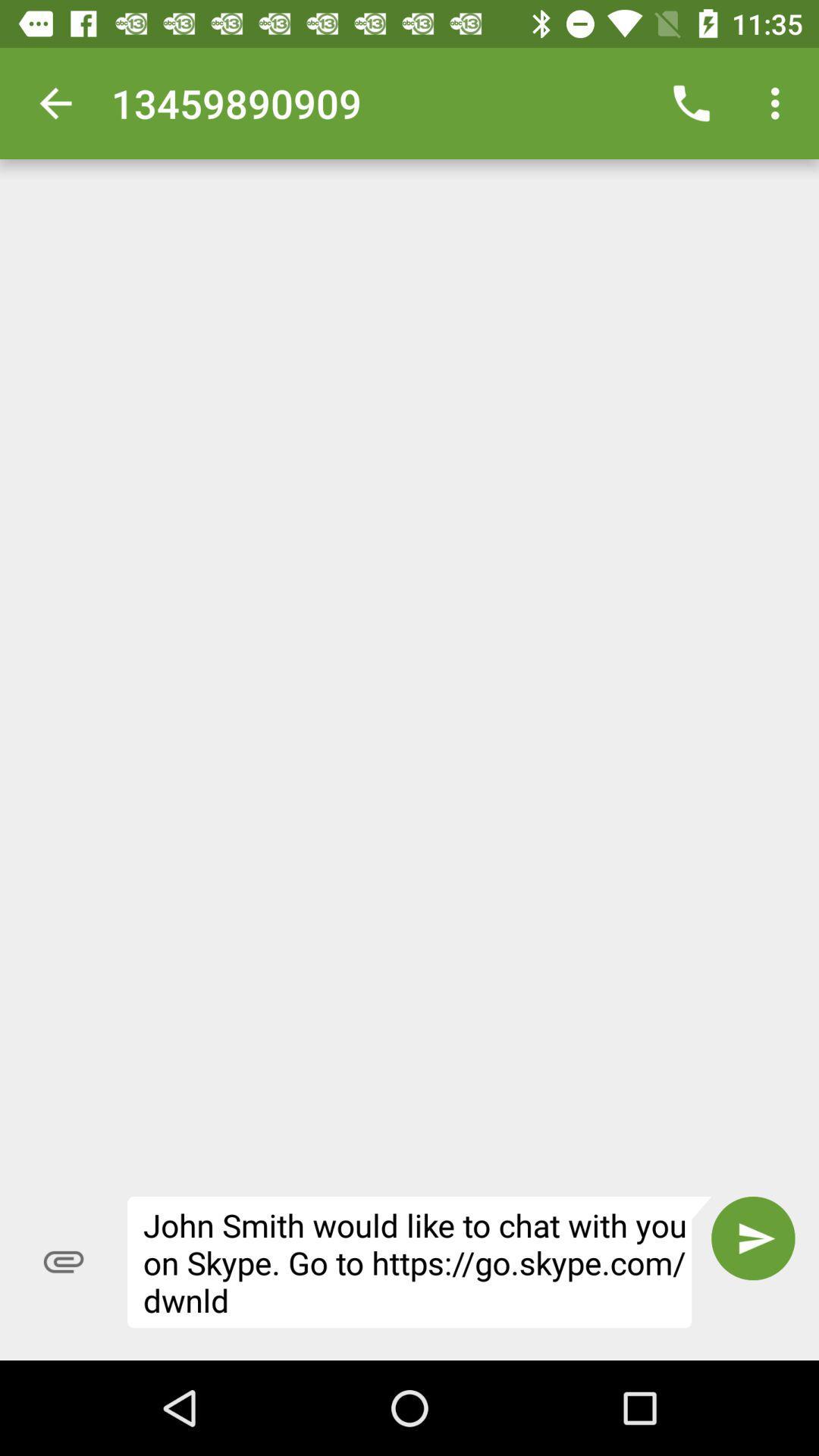 The height and width of the screenshot is (1456, 819). I want to click on the item to the right of the john smith would icon, so click(753, 1238).